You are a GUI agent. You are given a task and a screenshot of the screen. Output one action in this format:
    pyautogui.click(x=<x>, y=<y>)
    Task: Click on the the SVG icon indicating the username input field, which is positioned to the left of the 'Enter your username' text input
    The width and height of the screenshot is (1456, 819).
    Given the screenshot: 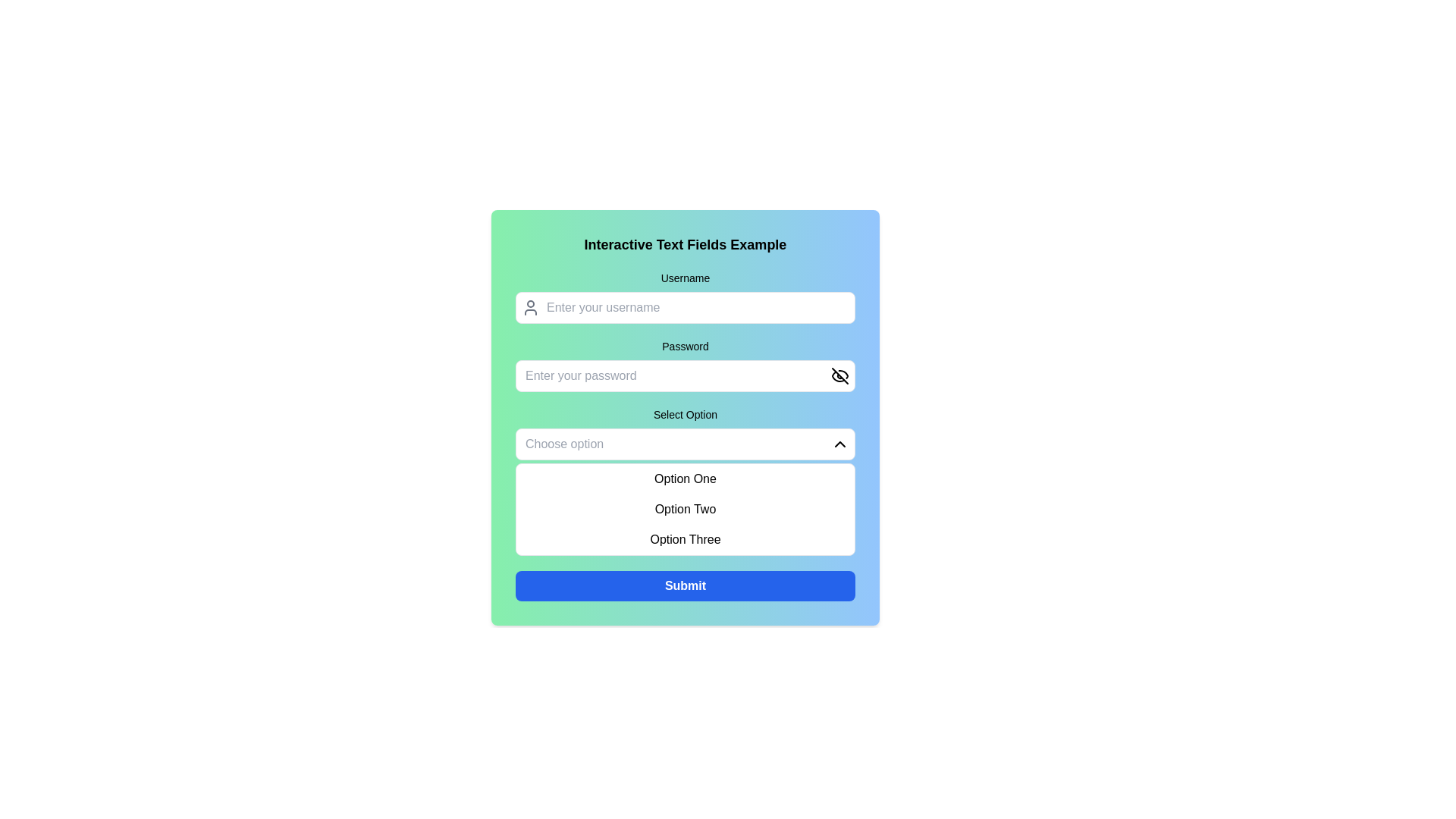 What is the action you would take?
    pyautogui.click(x=531, y=307)
    